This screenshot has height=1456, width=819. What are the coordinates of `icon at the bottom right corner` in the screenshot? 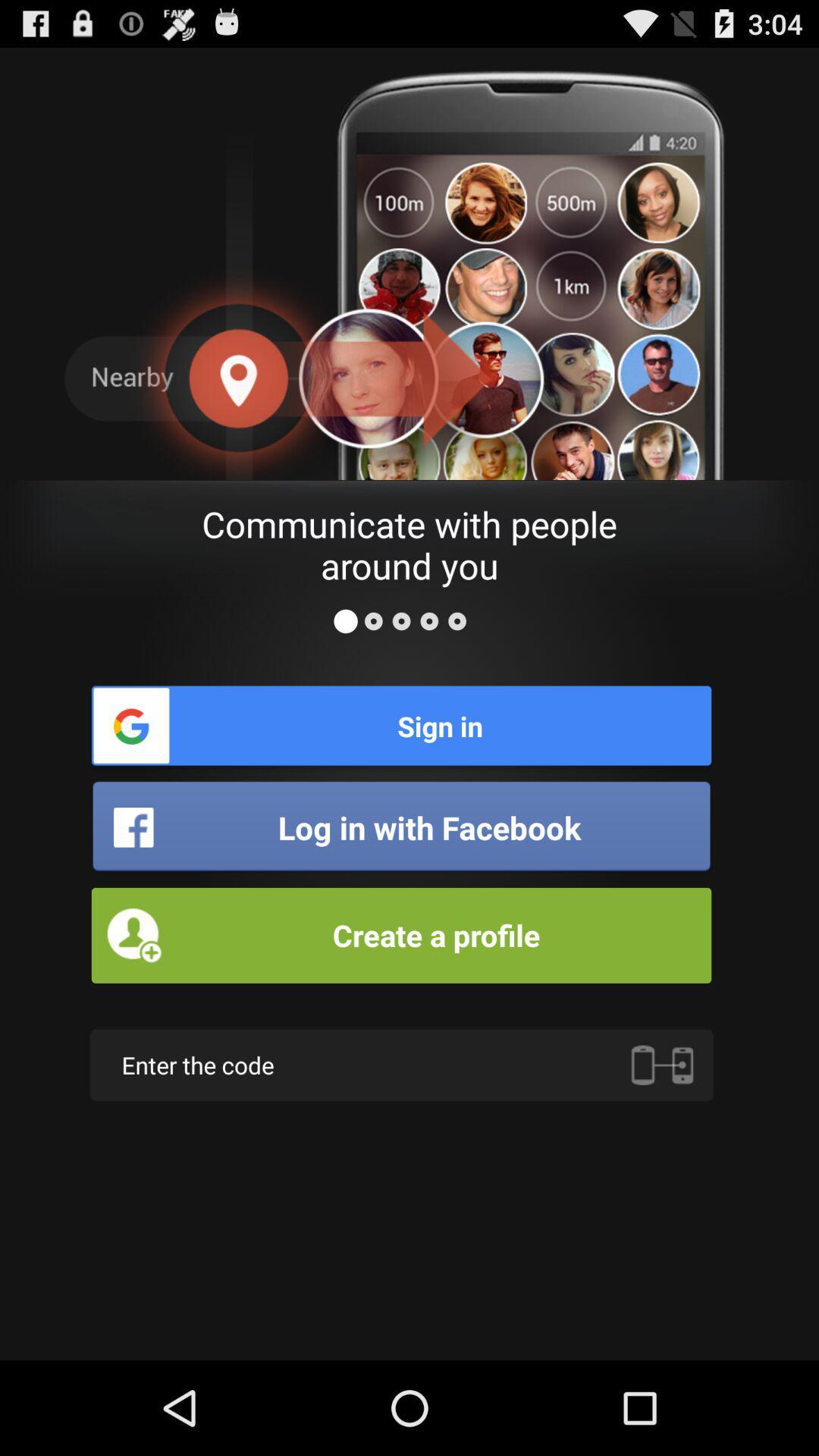 It's located at (661, 1064).